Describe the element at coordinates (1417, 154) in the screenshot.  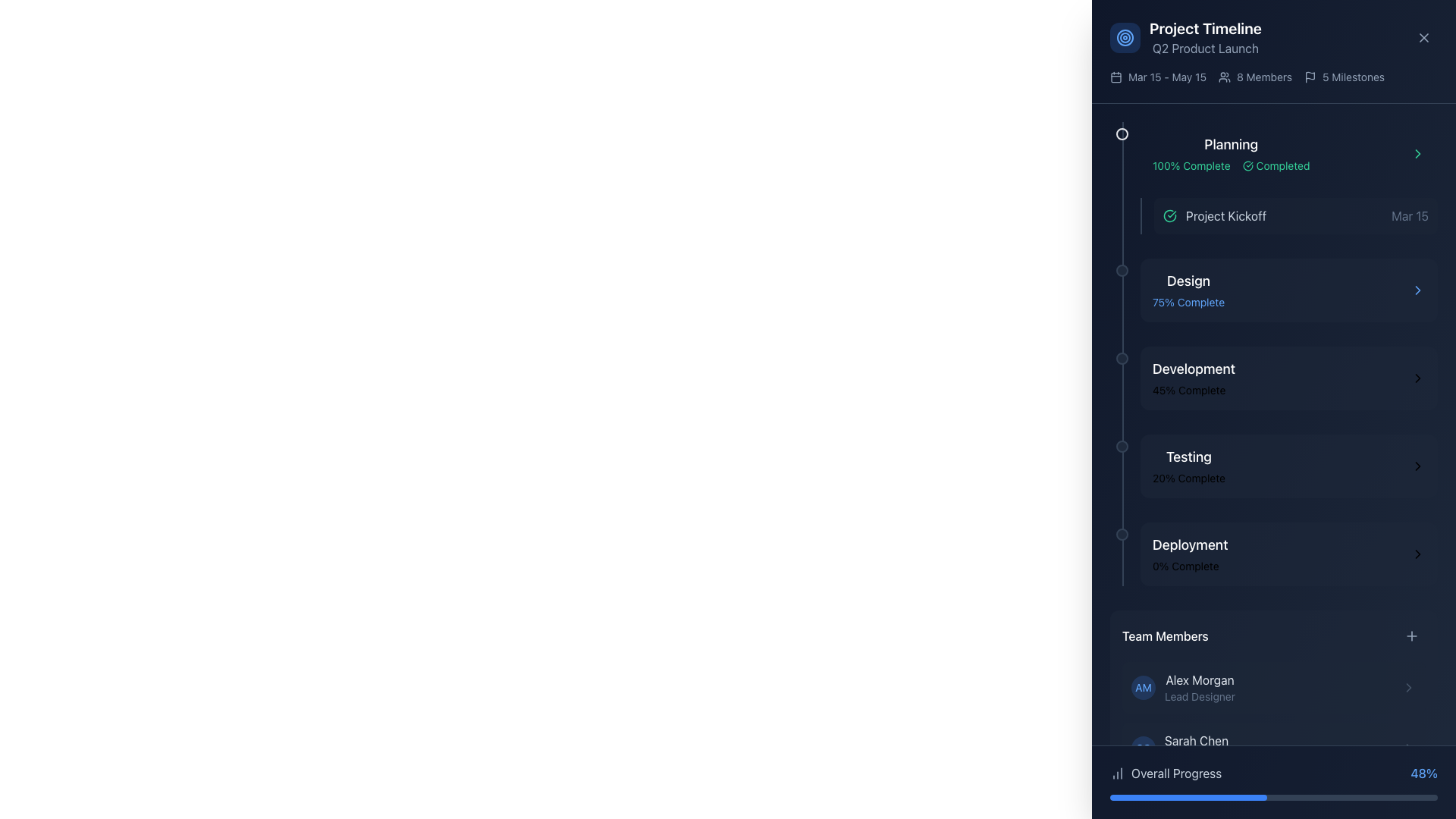
I see `the right-facing chevron icon located in the rightmost section of the 'Planning' card` at that location.